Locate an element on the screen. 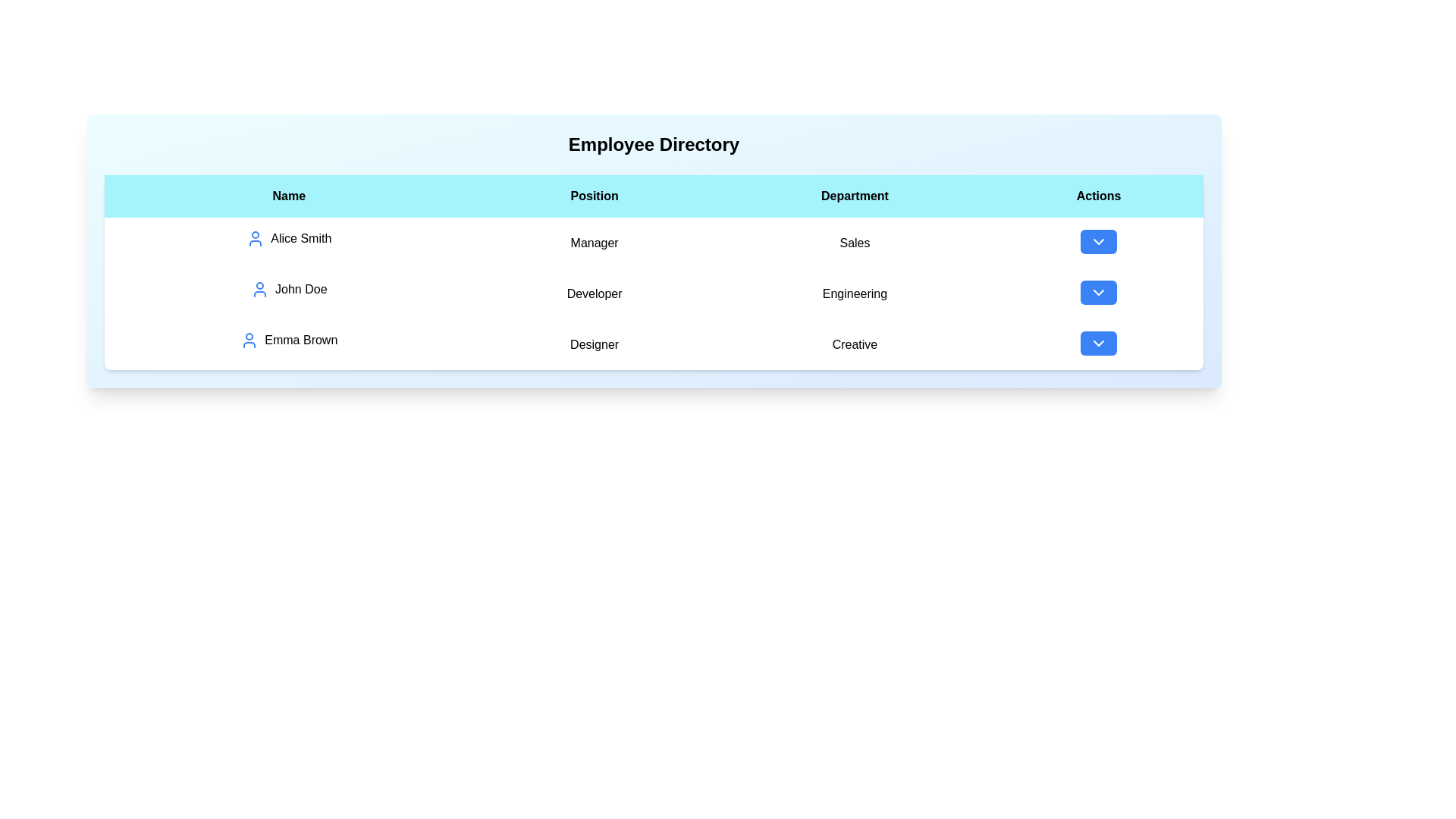 The height and width of the screenshot is (819, 1456). the blue rectangular button with a downward-pointing chevron arrow, located is located at coordinates (1099, 293).